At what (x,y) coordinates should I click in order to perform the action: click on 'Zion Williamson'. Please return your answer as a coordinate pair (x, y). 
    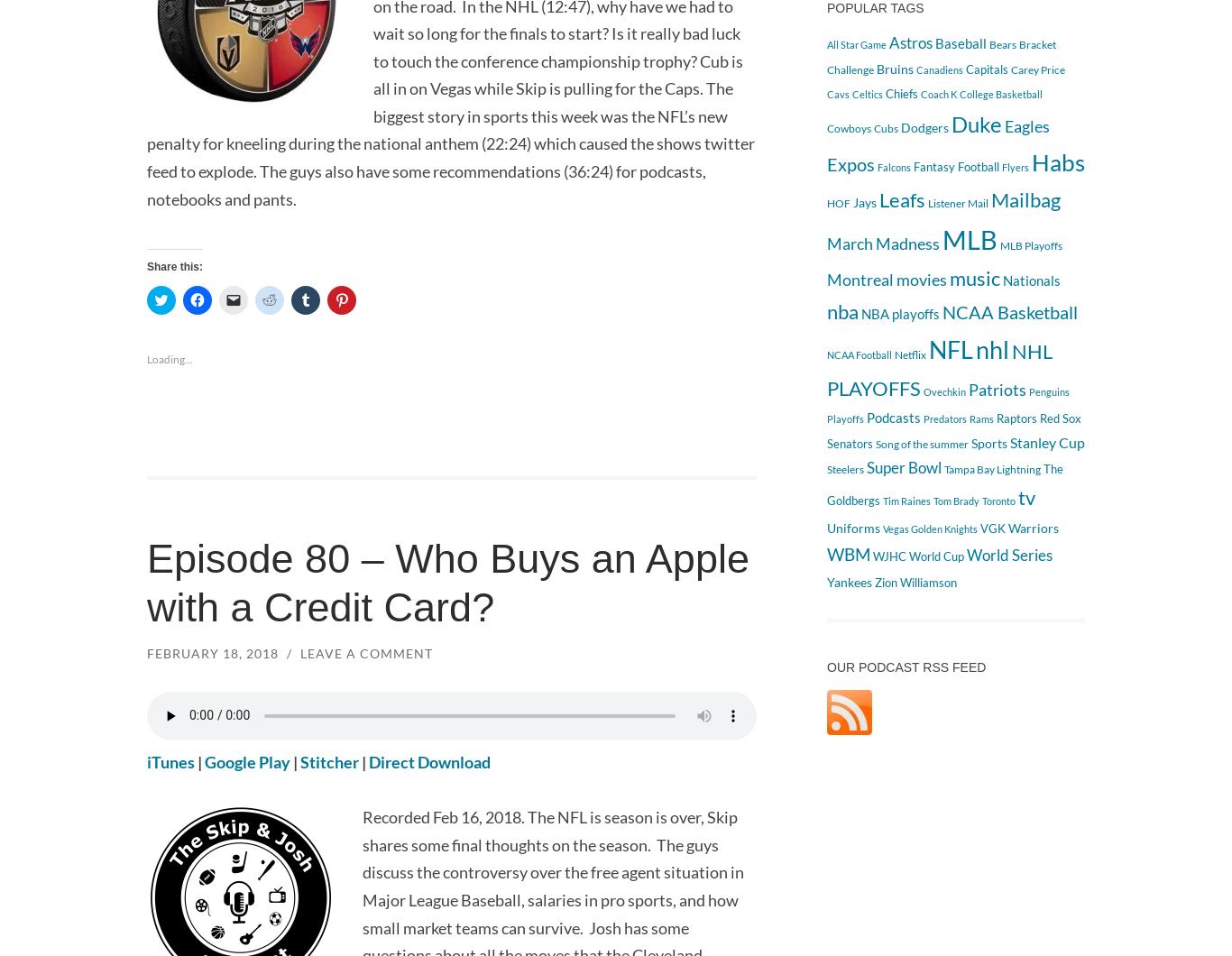
    Looking at the image, I should click on (915, 582).